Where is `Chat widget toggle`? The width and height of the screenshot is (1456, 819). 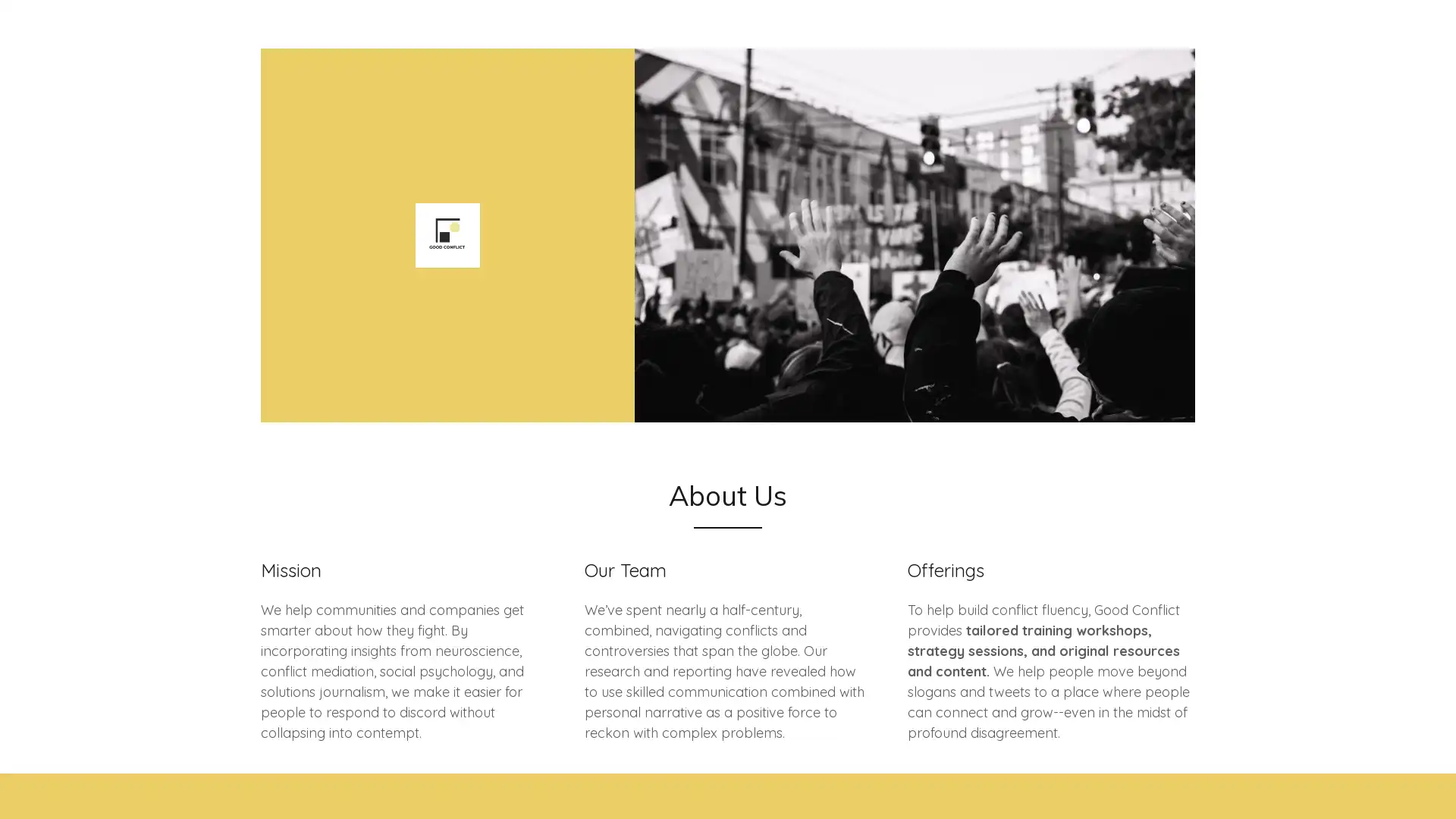
Chat widget toggle is located at coordinates (1416, 780).